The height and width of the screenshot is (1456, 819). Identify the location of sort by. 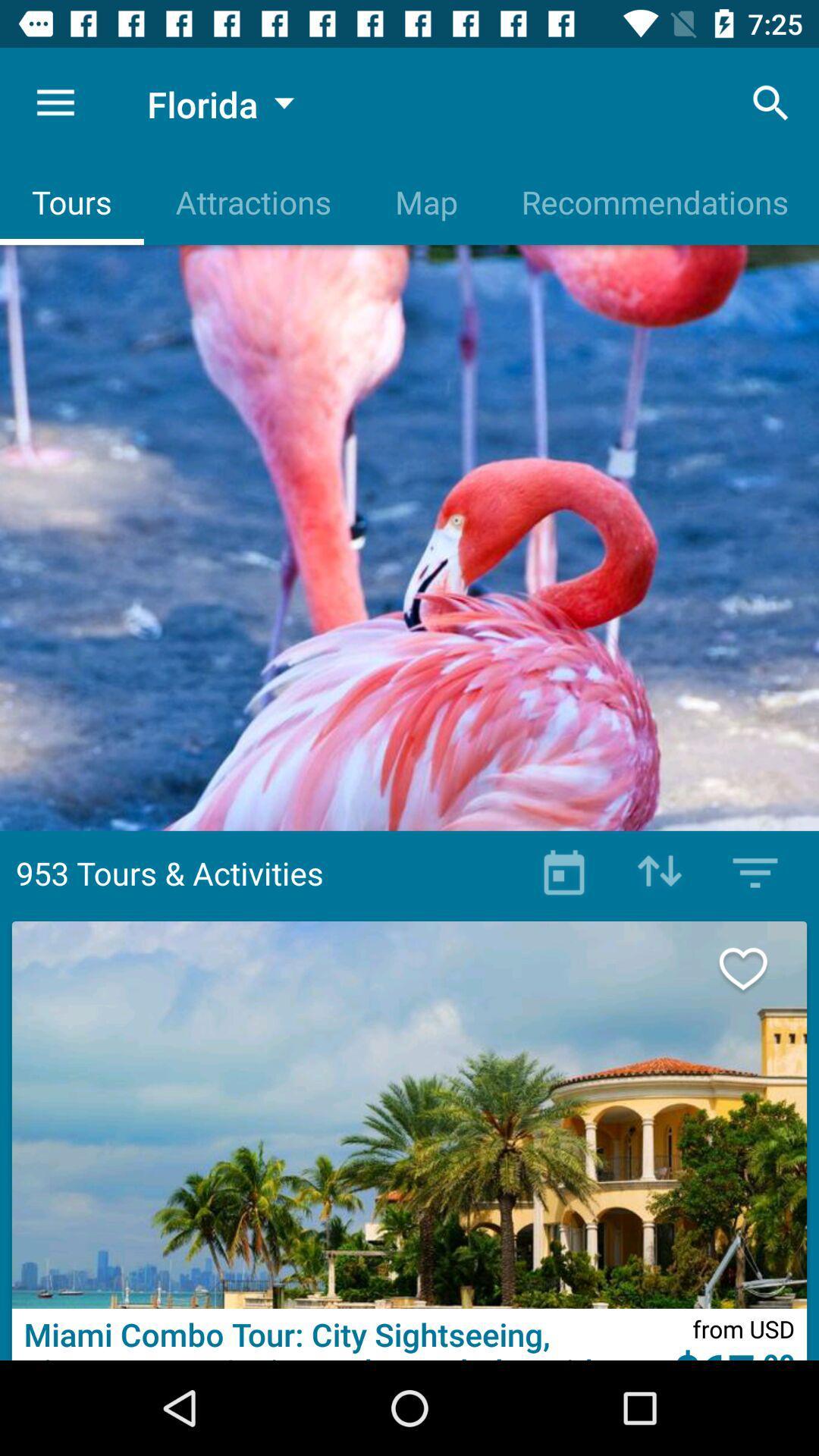
(659, 873).